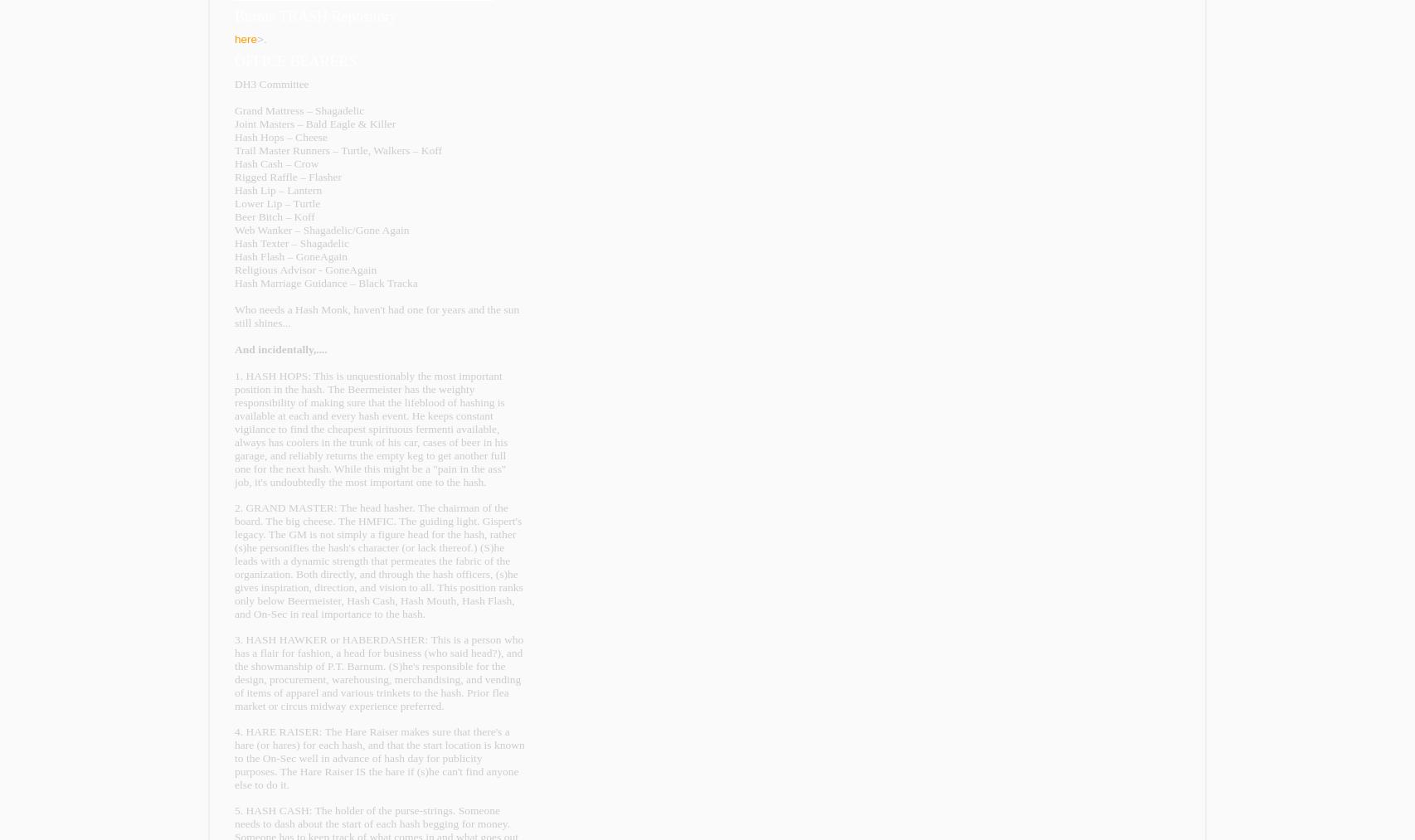 Image resolution: width=1415 pixels, height=840 pixels. I want to click on '1. HASH HOPS: This is unquestionably the most important position in the hash. The Beermeister has the weighty responsibility of making sure that the lifeblood of hashing is available at each and every hash event. He keeps constant vigilance to find the cheapest spirituous fermenti available, always has coolers in the trunk of his car, cases of beer in his garage, and reliably returns the empty keg to get another full one for the next hash. While this might be a "pain in the ass" job, it's undoubtedly the most important one to the hash.', so click(370, 429).